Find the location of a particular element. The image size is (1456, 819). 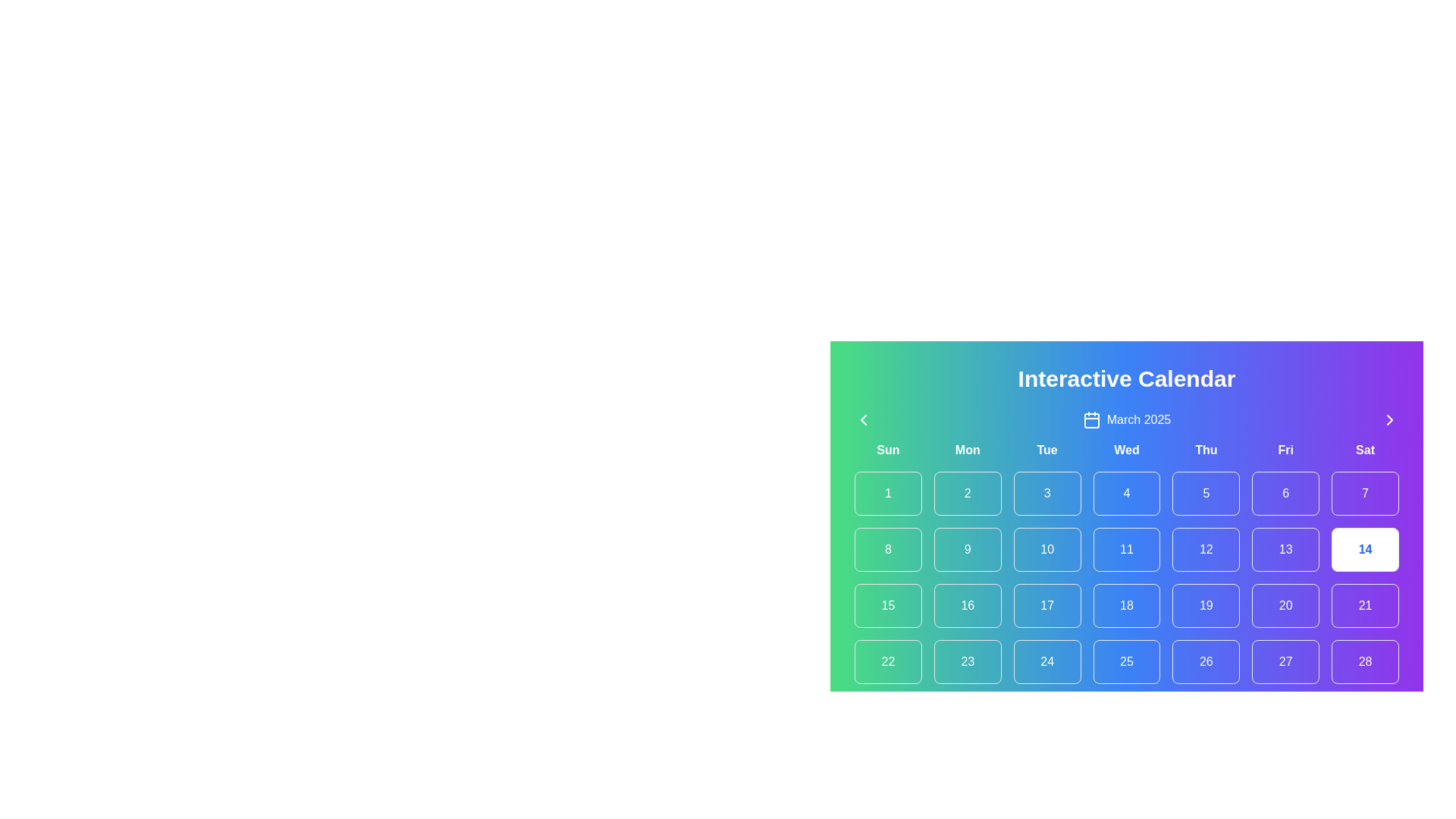

the square button with the number '12' in white text on a blue gradient background located in the fifth column of the third row of the calendar is located at coordinates (1205, 550).